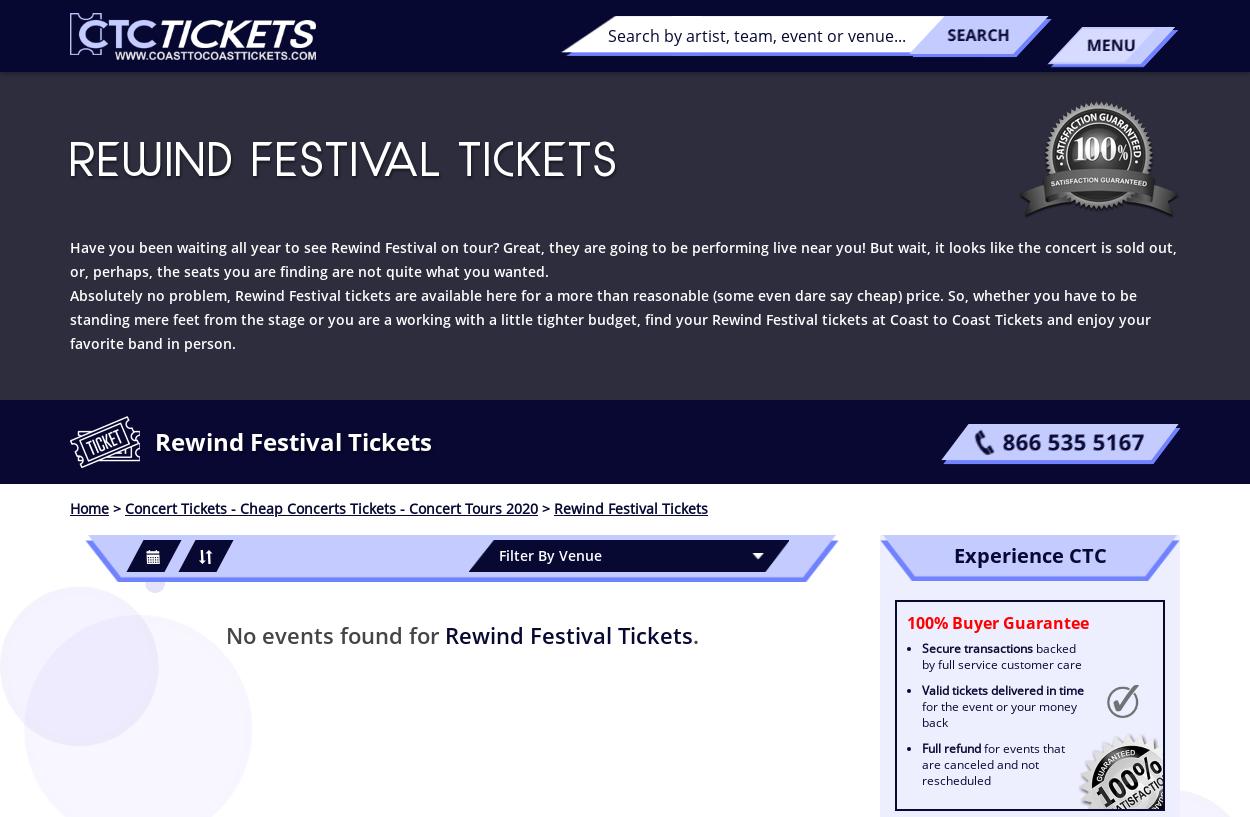 This screenshot has width=1250, height=817. What do you see at coordinates (694, 634) in the screenshot?
I see `'.'` at bounding box center [694, 634].